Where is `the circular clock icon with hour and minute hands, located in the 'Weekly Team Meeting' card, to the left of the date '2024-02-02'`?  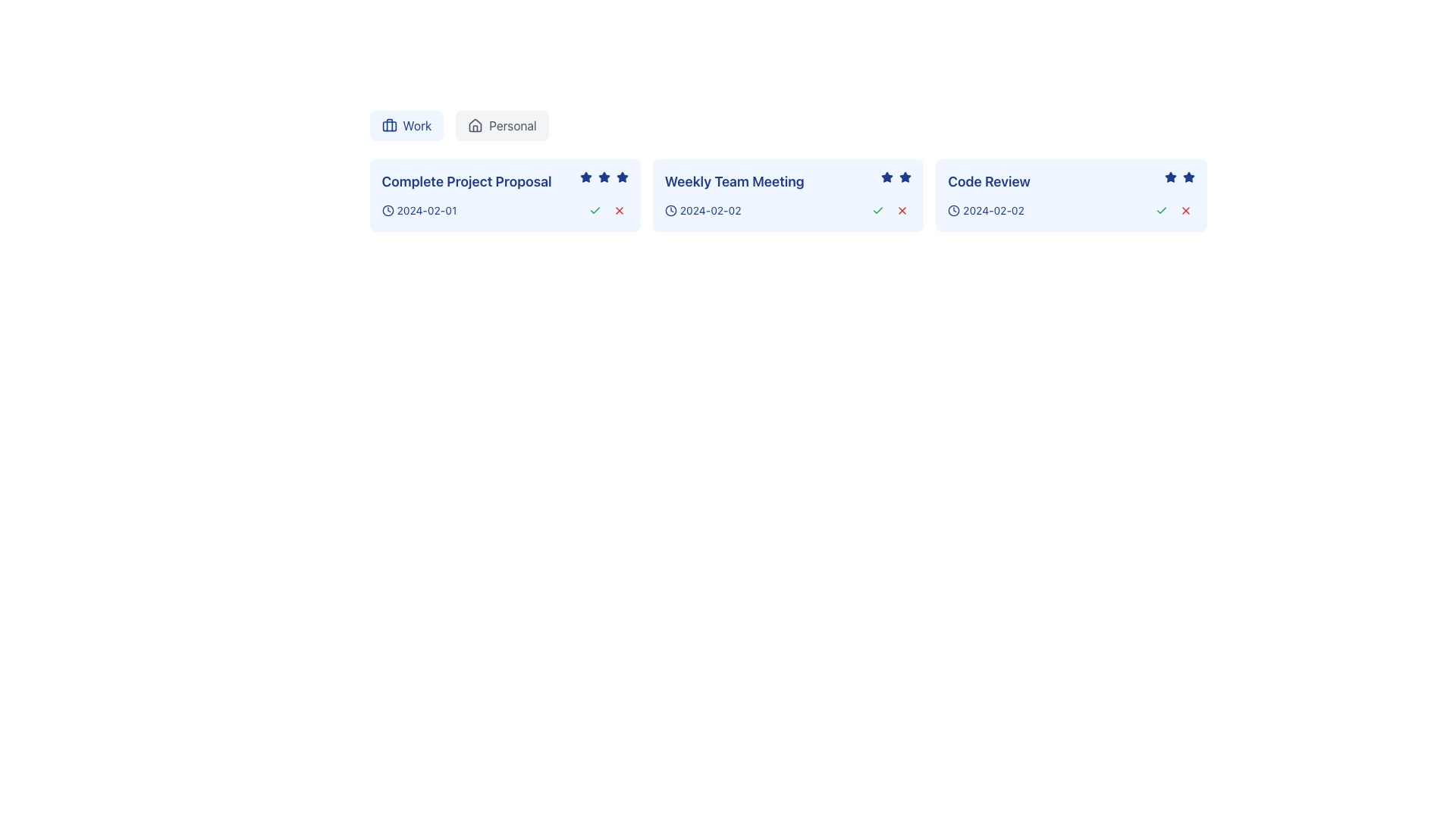
the circular clock icon with hour and minute hands, located in the 'Weekly Team Meeting' card, to the left of the date '2024-02-02' is located at coordinates (670, 210).